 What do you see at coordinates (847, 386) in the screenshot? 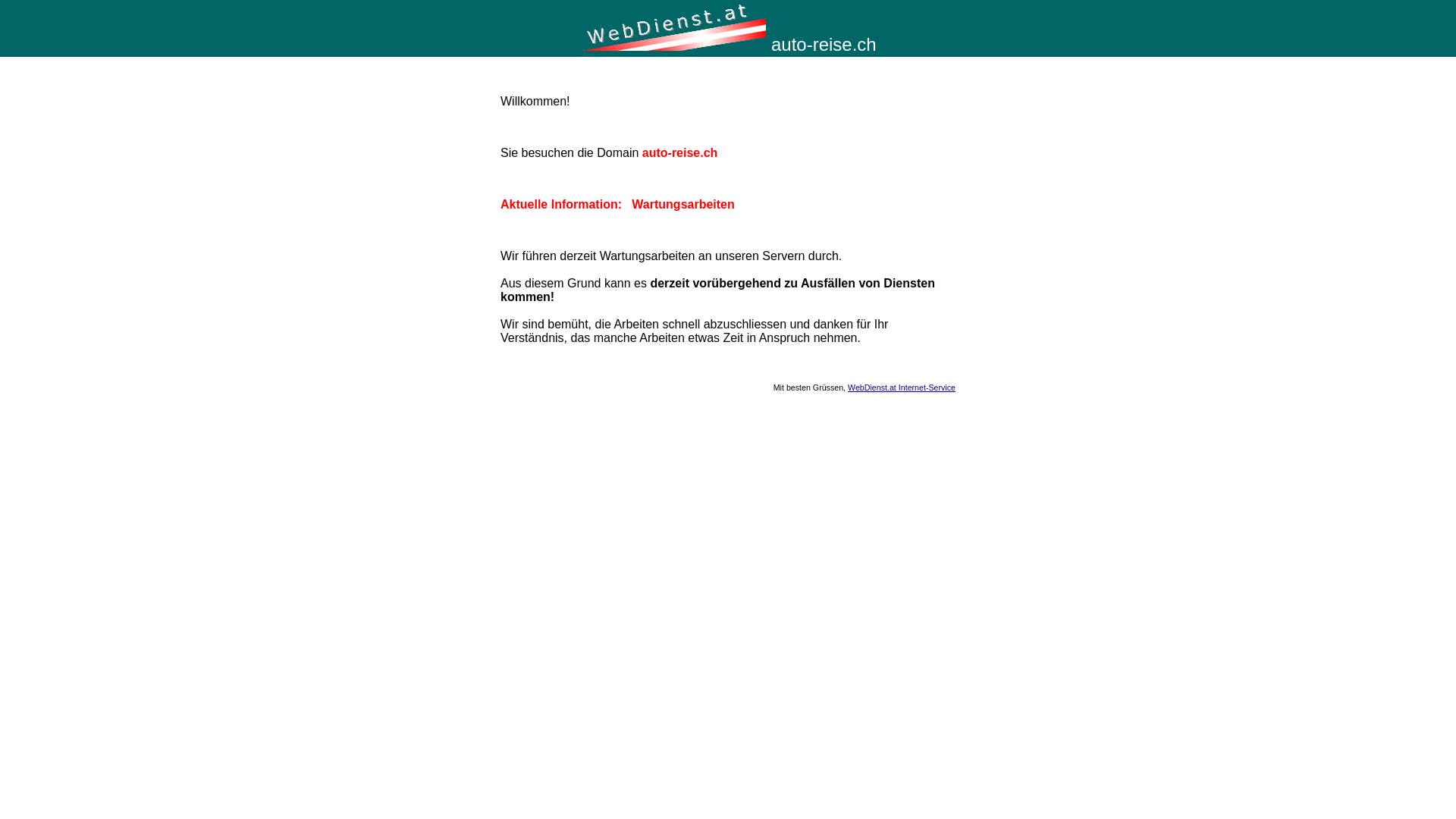
I see `'WebDienst.at Internet-Service'` at bounding box center [847, 386].